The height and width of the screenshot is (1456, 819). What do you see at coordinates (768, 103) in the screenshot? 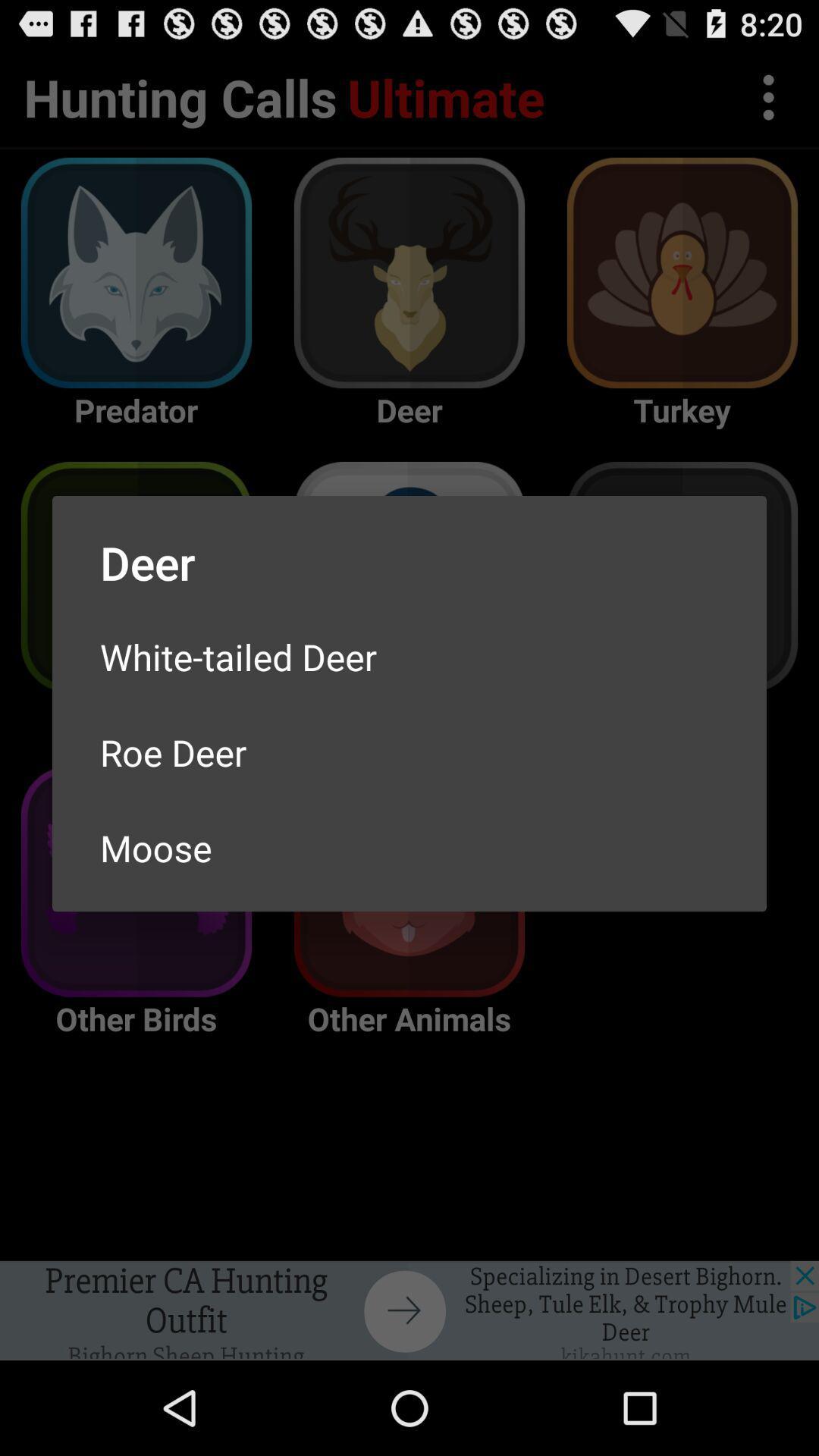
I see `the more icon` at bounding box center [768, 103].